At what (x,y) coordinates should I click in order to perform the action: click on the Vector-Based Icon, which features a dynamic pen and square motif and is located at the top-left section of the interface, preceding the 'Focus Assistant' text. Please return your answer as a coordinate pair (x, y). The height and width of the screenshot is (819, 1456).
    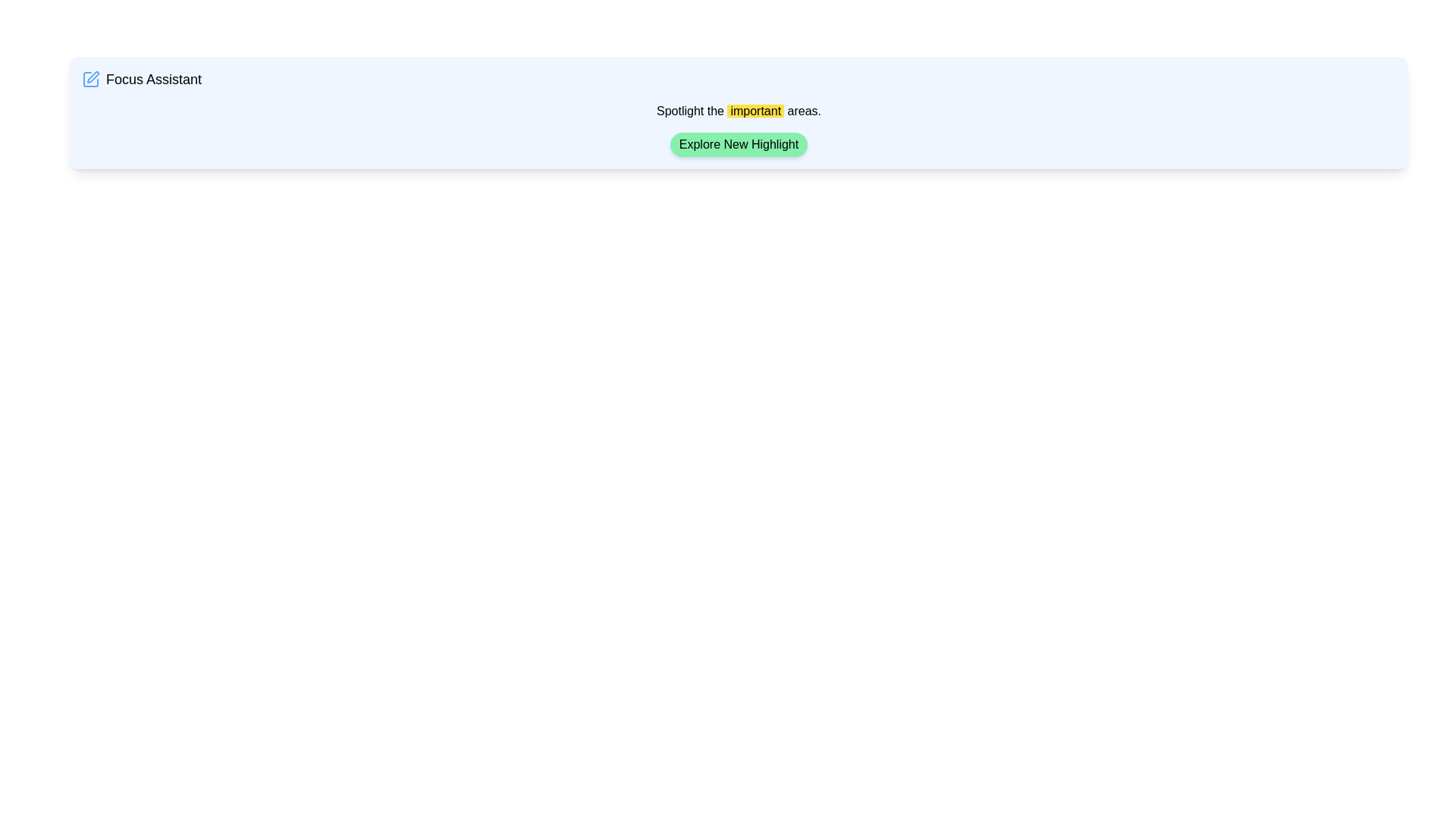
    Looking at the image, I should click on (93, 77).